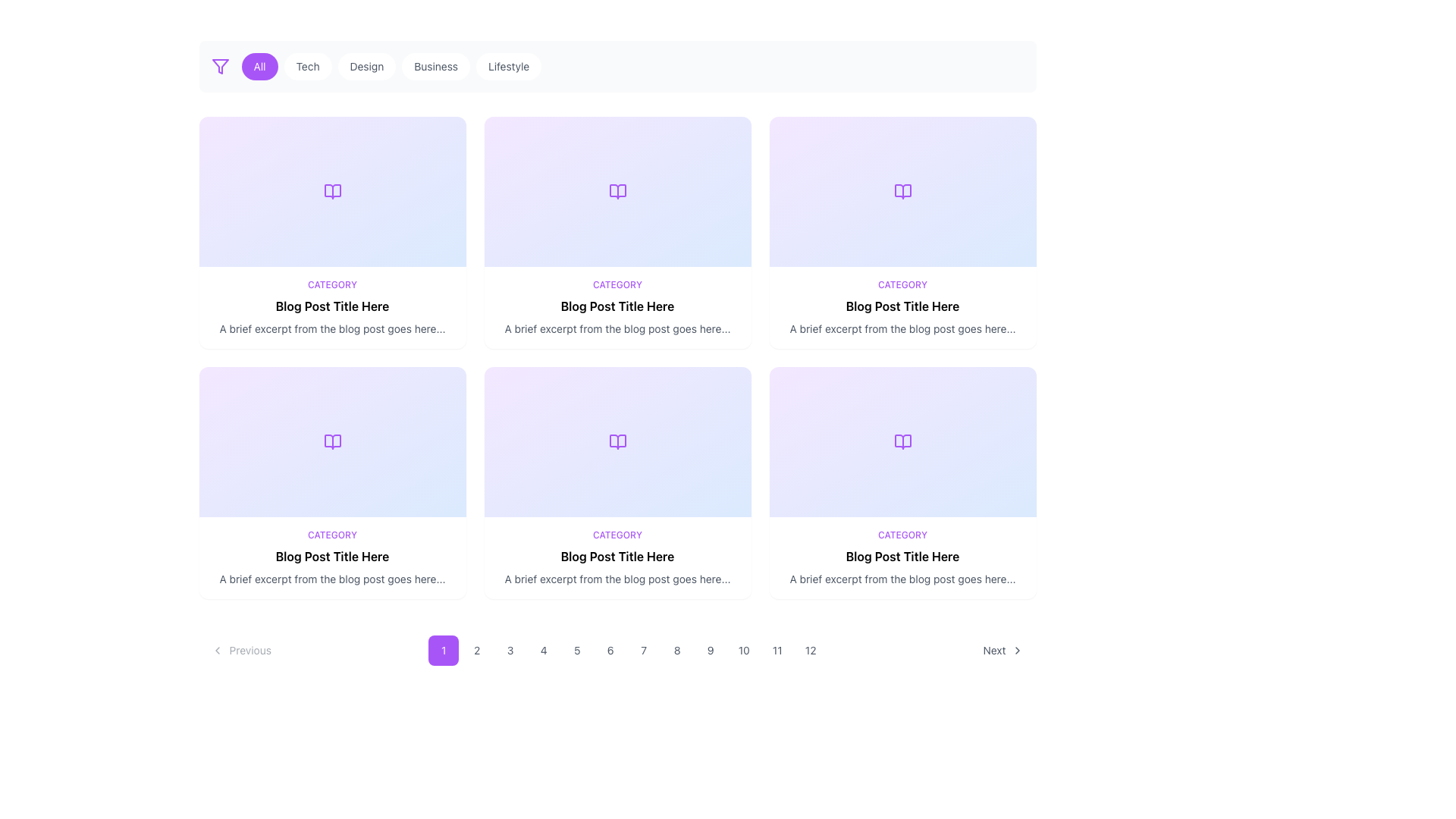 This screenshot has height=819, width=1456. What do you see at coordinates (331, 284) in the screenshot?
I see `text content of the Text label located above the title text 'Blog Post Title Here' in the first card of the grid layout` at bounding box center [331, 284].